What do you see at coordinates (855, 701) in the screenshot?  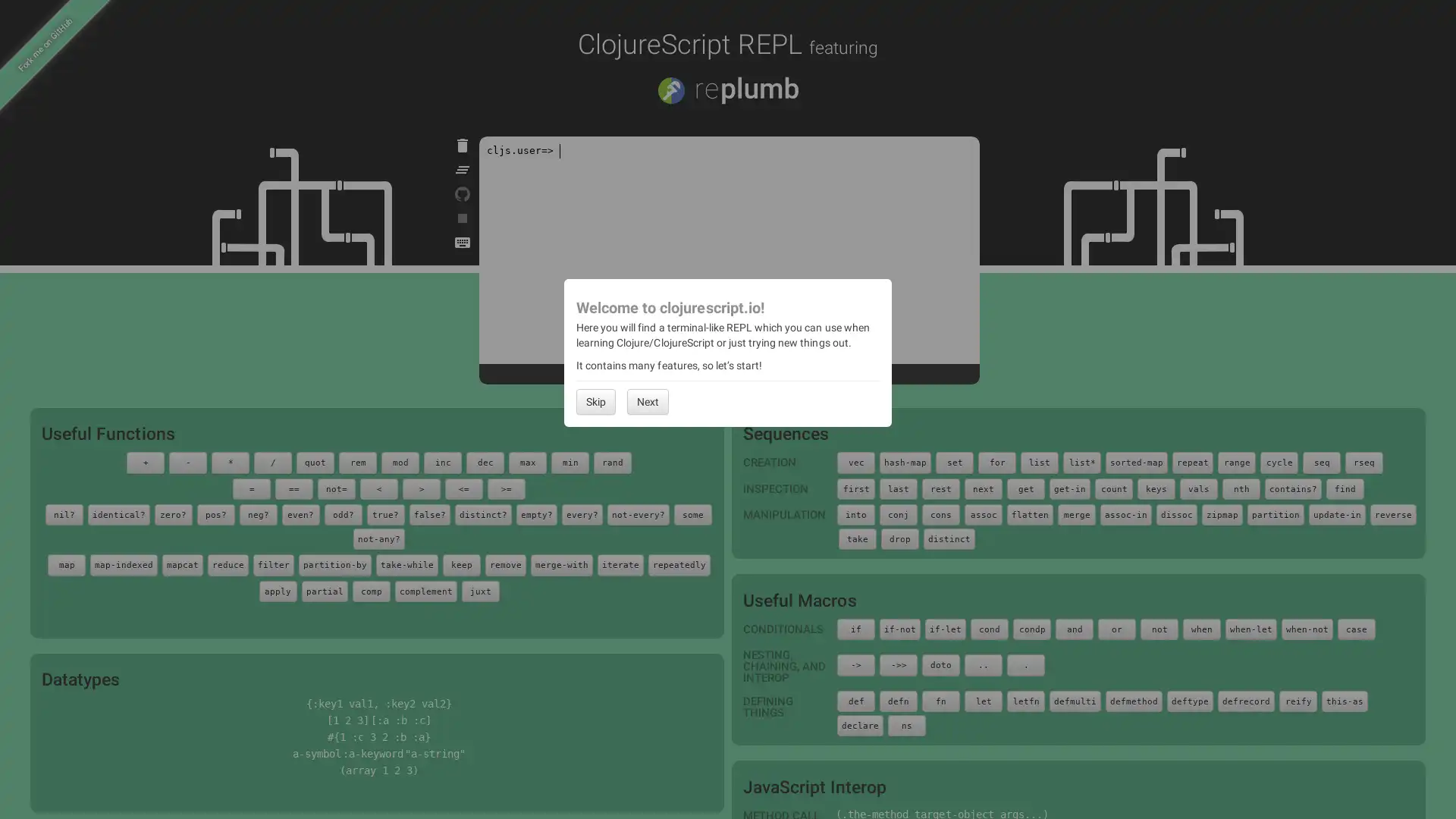 I see `def` at bounding box center [855, 701].